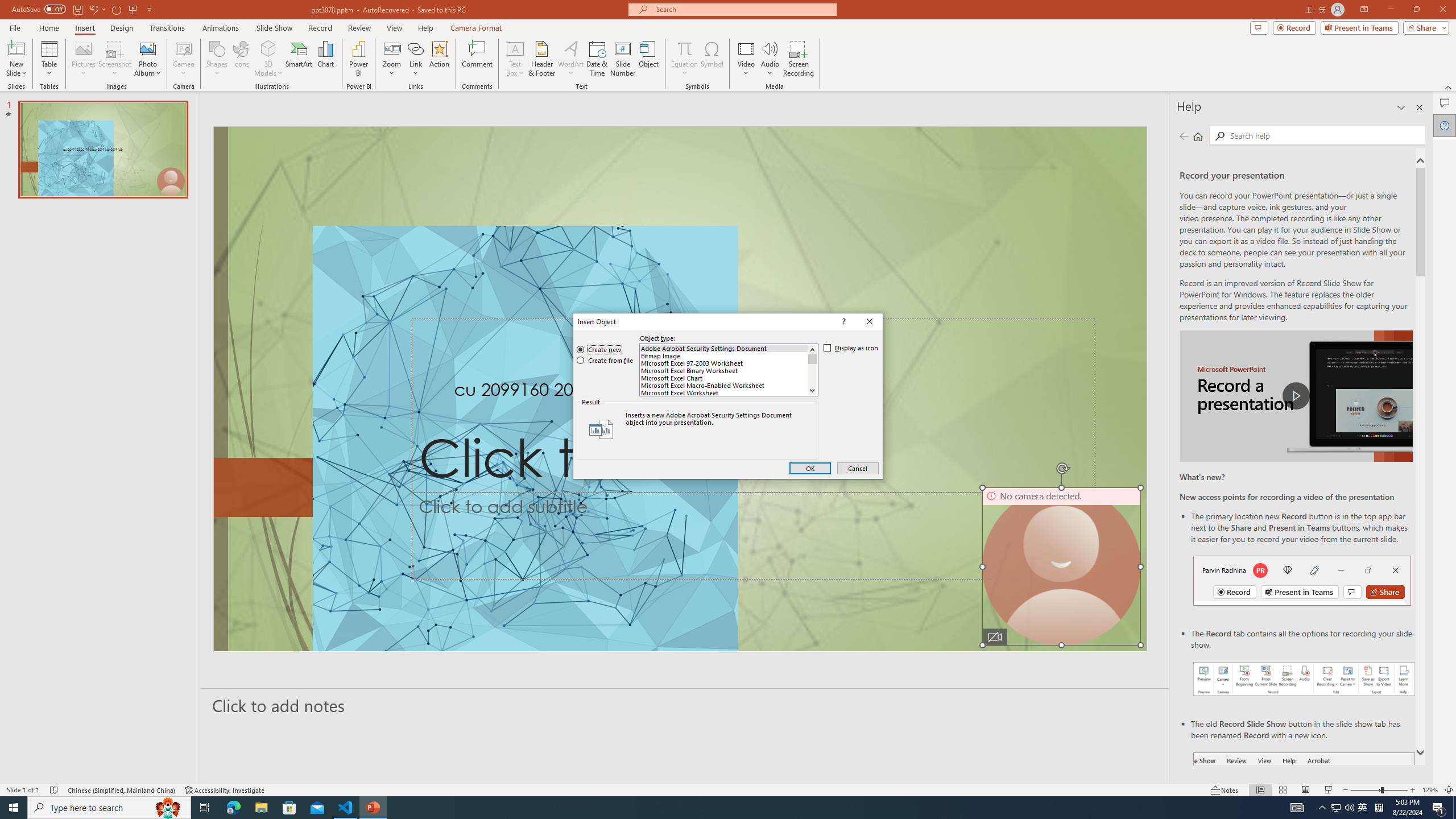 Image resolution: width=1456 pixels, height=819 pixels. Describe the element at coordinates (325, 59) in the screenshot. I see `'Chart...'` at that location.